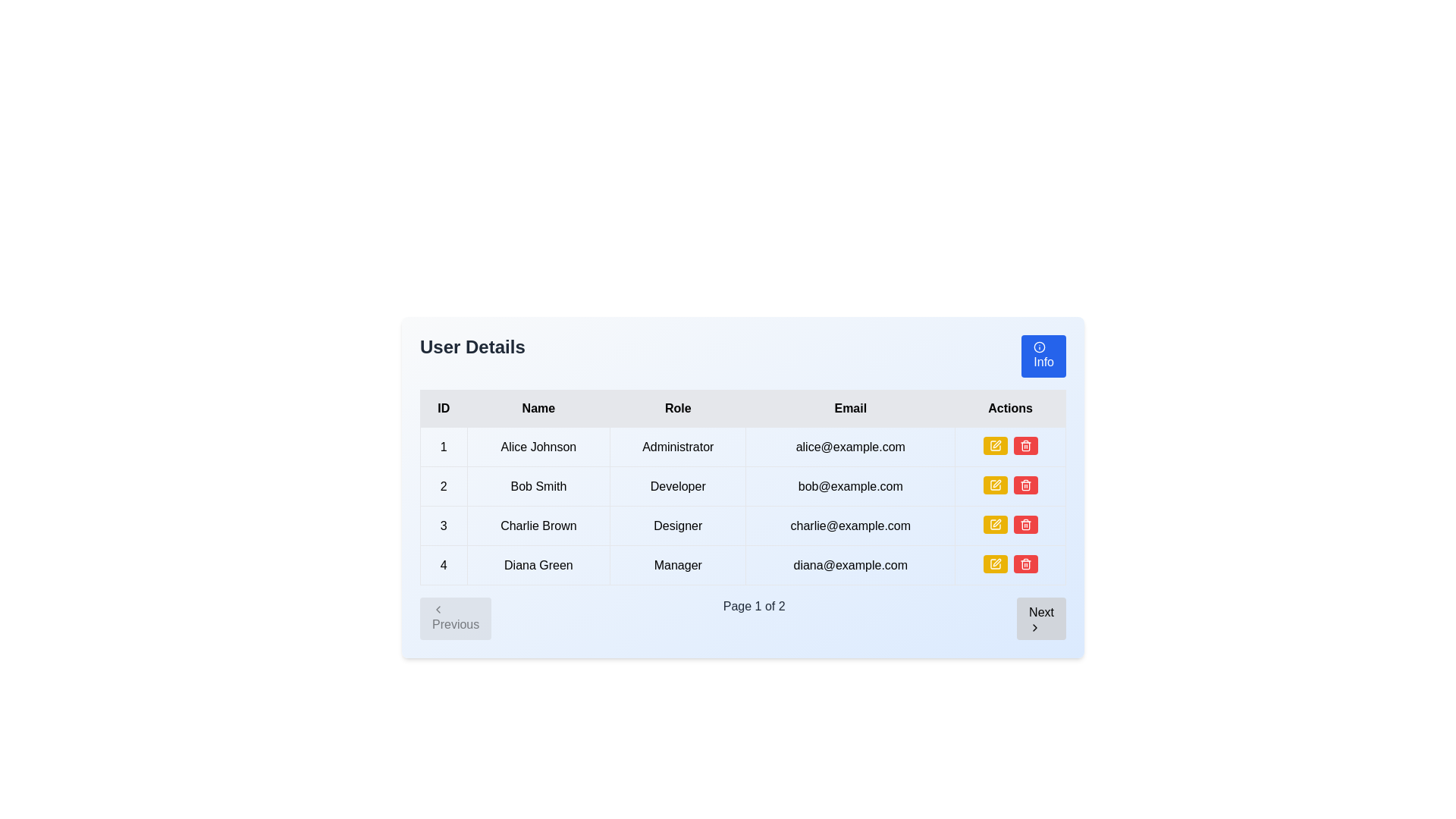 This screenshot has height=819, width=1456. Describe the element at coordinates (455, 619) in the screenshot. I see `the 'Previous' button with a light gray background and a left-pointing chevron, which is currently in a disabled state` at that location.